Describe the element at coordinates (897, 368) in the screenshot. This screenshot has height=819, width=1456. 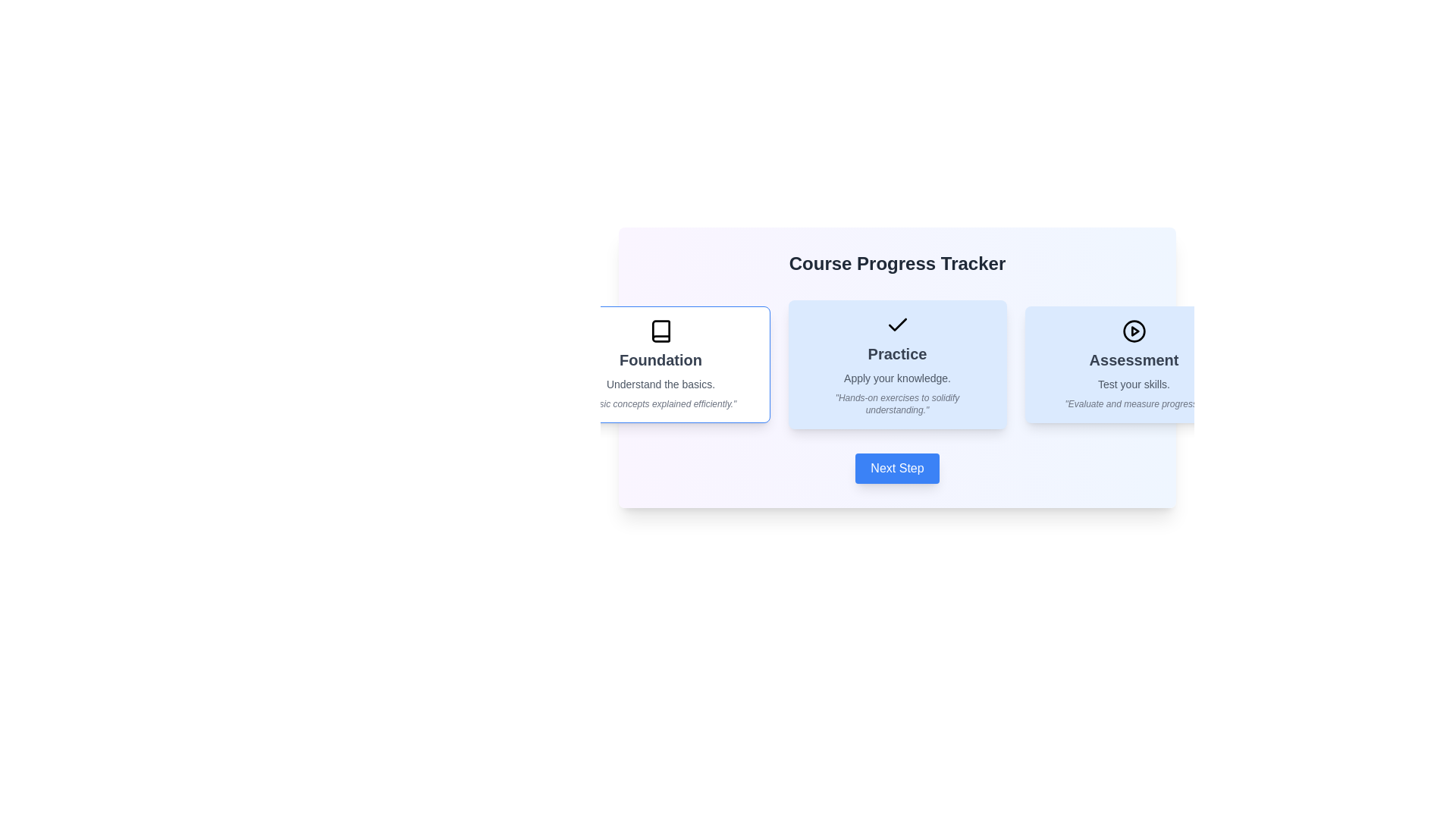
I see `the 'Practice' learning module header` at that location.